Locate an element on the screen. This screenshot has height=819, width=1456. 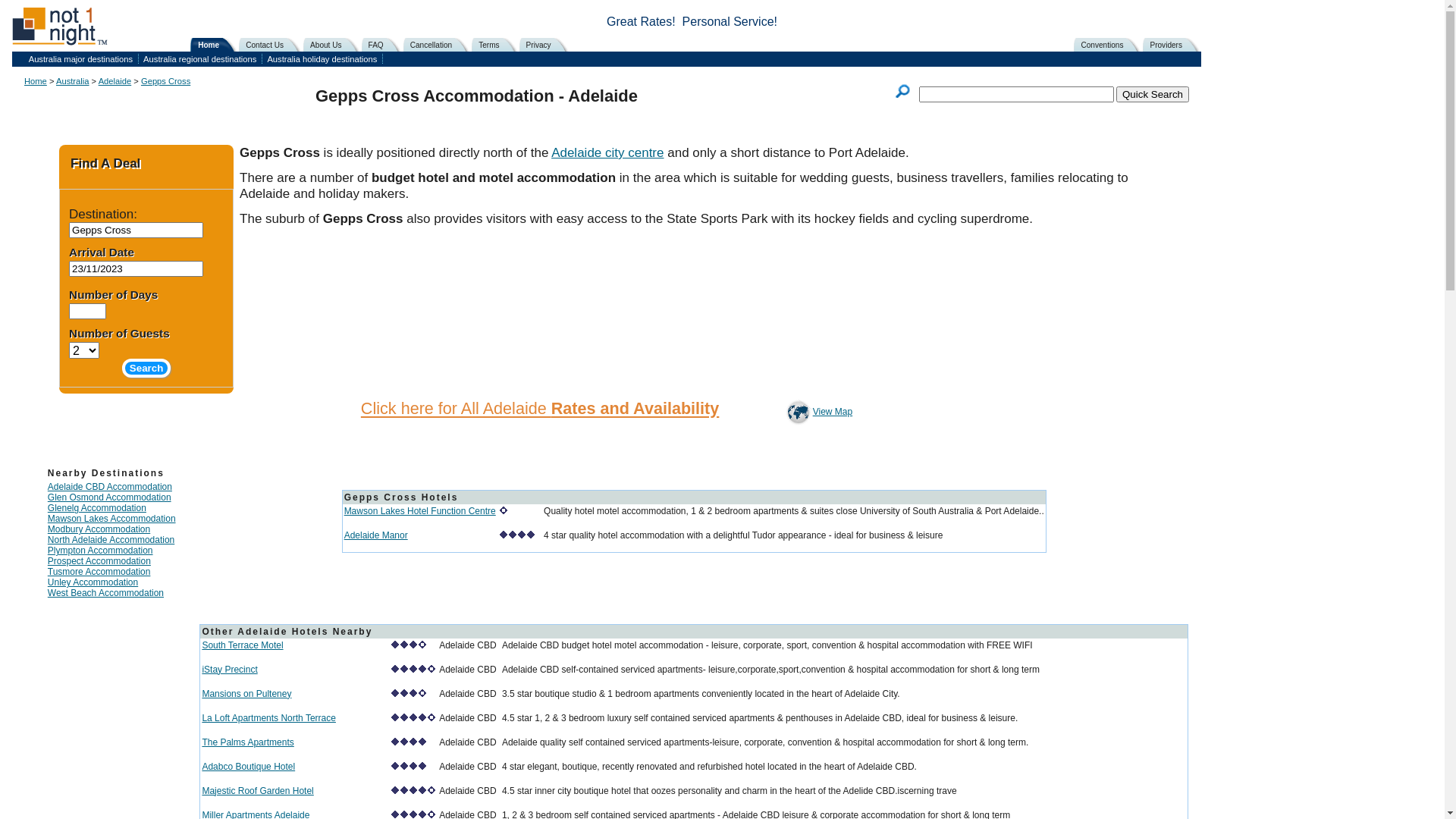
'Gepps Cross' is located at coordinates (165, 81).